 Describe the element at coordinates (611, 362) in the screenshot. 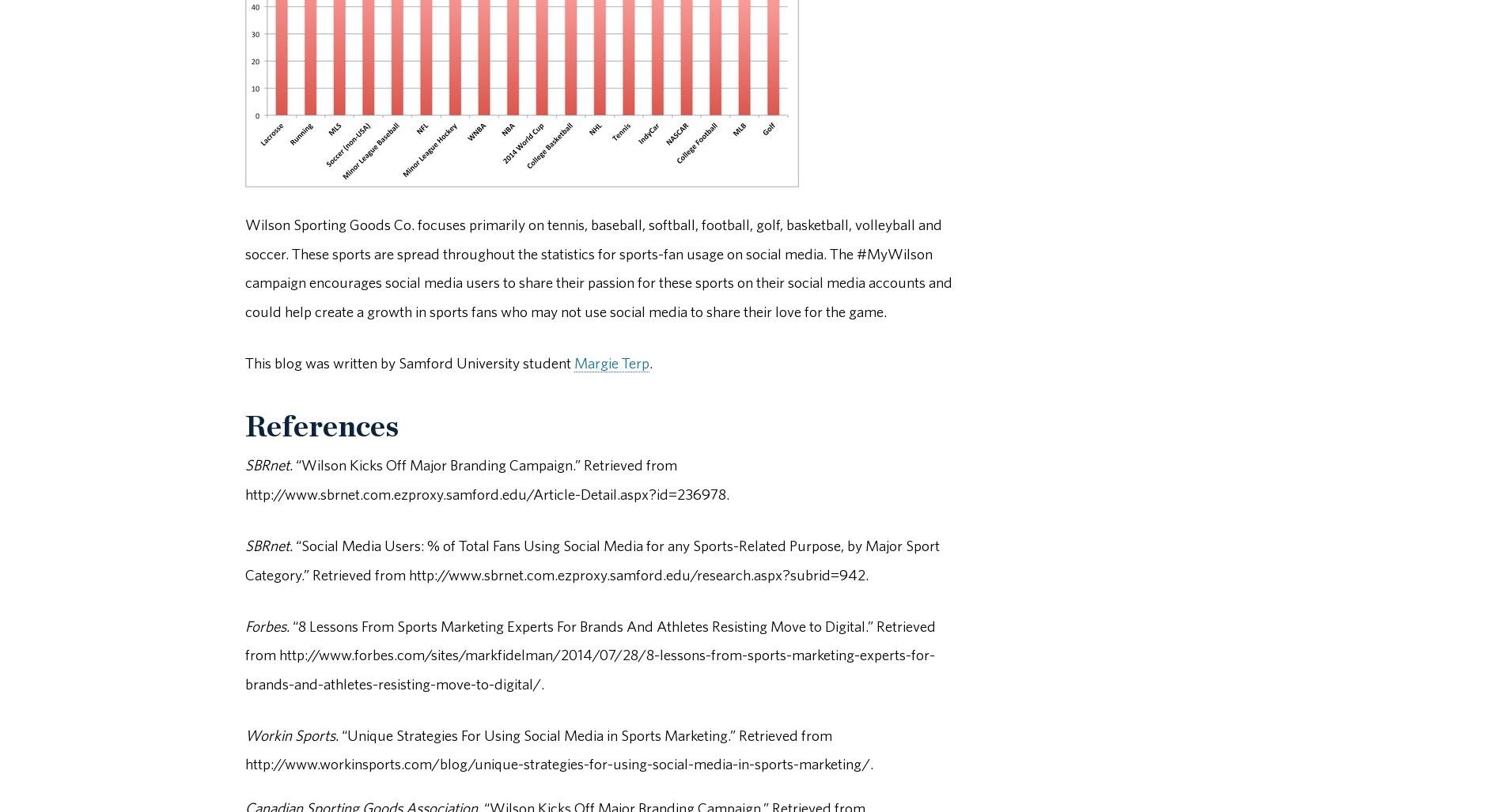

I see `'Margie Terp'` at that location.